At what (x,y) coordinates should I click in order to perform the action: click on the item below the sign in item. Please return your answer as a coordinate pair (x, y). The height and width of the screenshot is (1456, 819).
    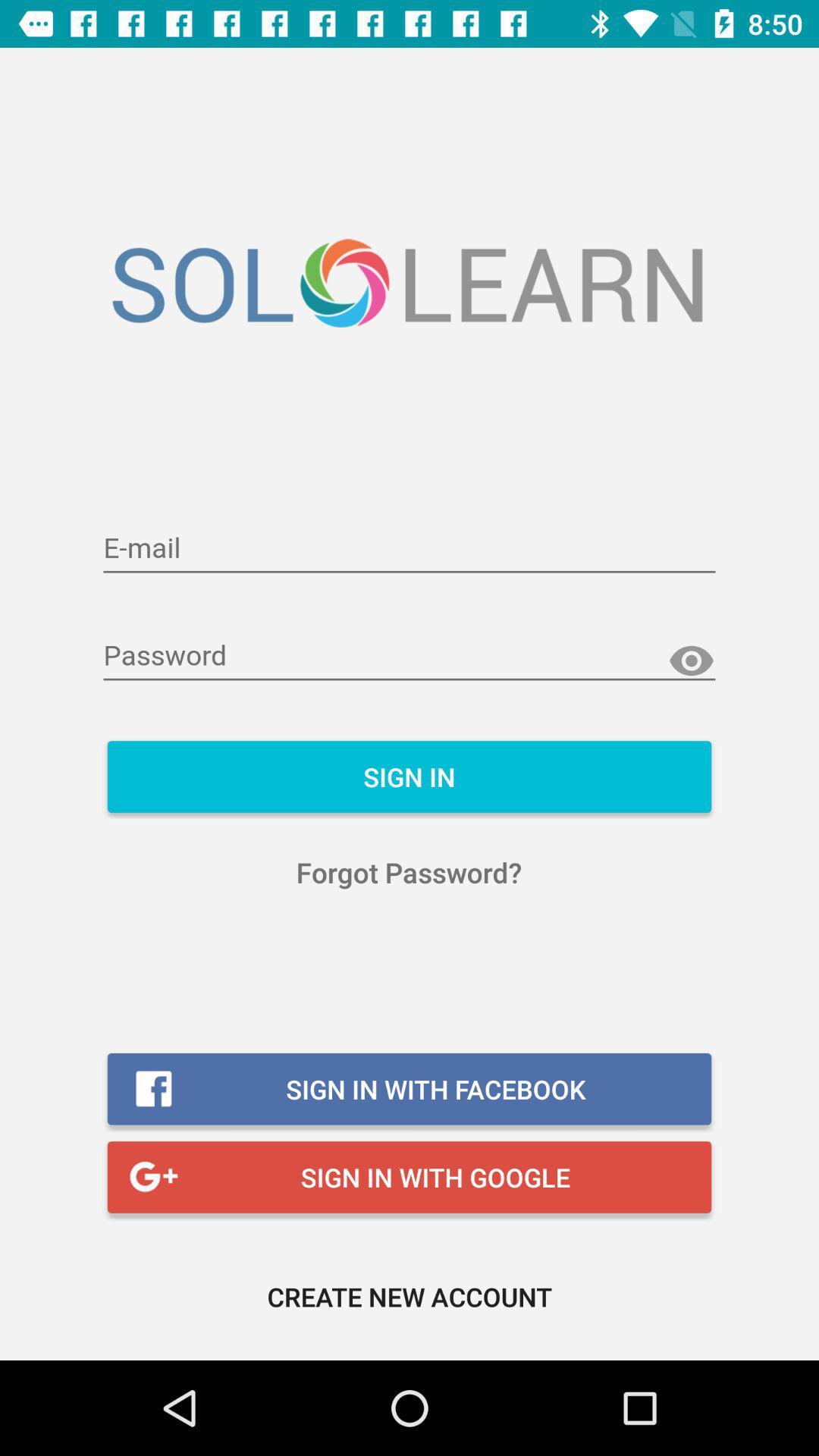
    Looking at the image, I should click on (408, 872).